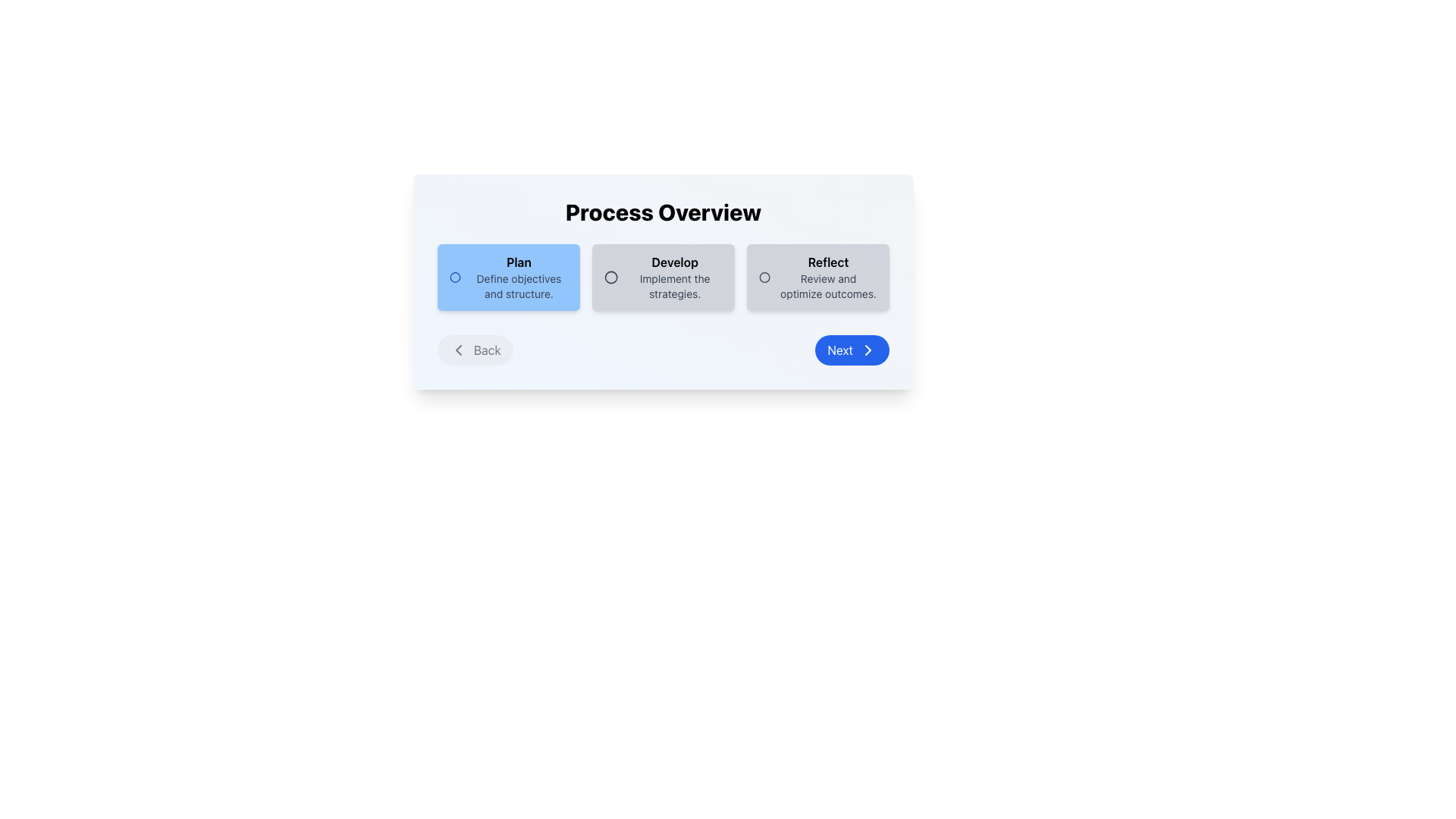  What do you see at coordinates (611, 278) in the screenshot?
I see `the SVG Circle Element located in the center of the 'Develop' section of the step-wise process interface` at bounding box center [611, 278].